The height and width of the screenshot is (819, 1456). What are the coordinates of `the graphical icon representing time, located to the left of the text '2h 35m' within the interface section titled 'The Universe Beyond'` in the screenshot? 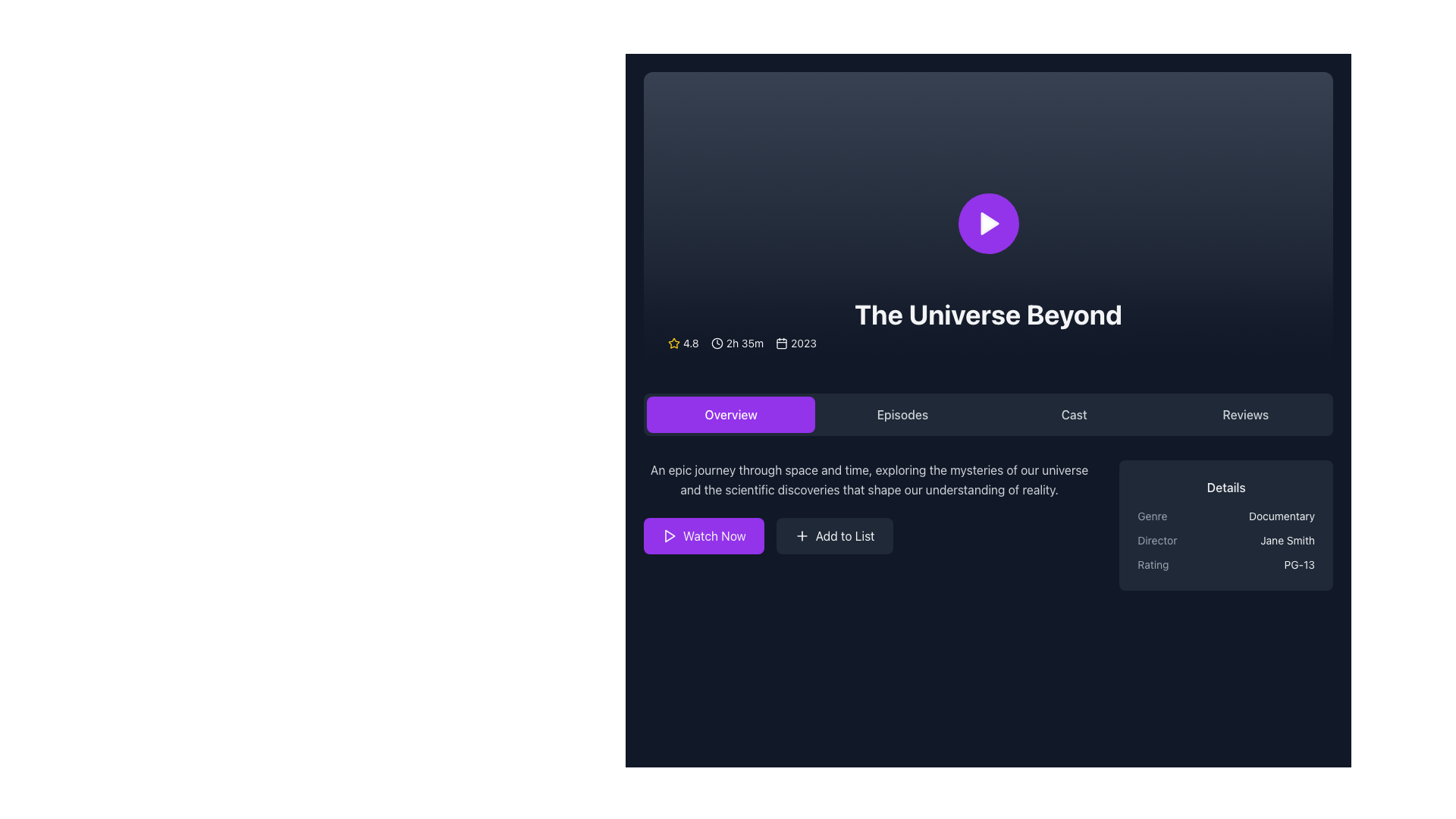 It's located at (716, 343).